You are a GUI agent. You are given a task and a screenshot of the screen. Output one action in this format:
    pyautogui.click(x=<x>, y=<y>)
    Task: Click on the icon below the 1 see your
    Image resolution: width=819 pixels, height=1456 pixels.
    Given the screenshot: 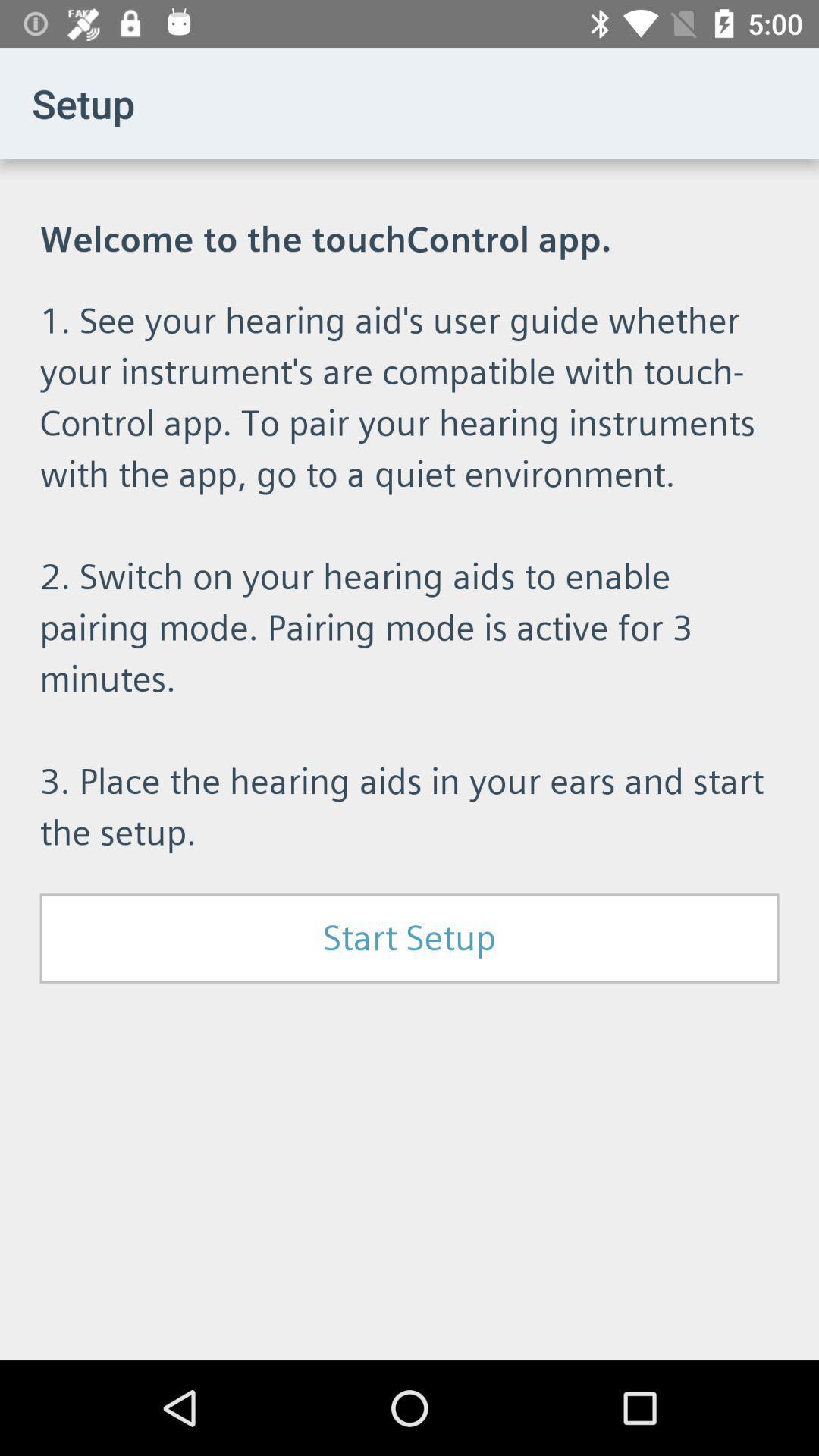 What is the action you would take?
    pyautogui.click(x=409, y=937)
    